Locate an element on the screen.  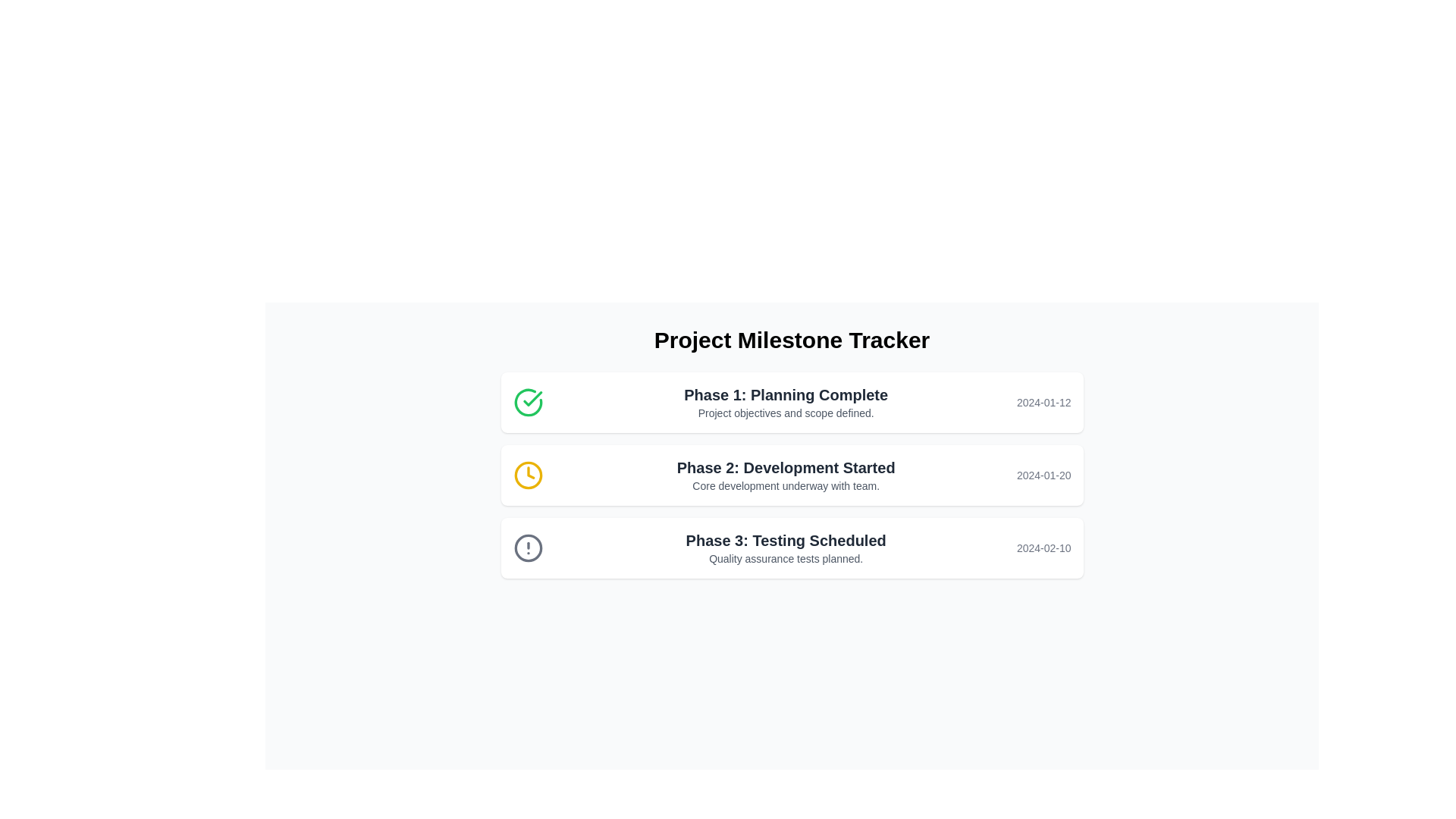
the completion status icon of the first milestone, which is located on the left side of the text content within the milestone list is located at coordinates (532, 397).